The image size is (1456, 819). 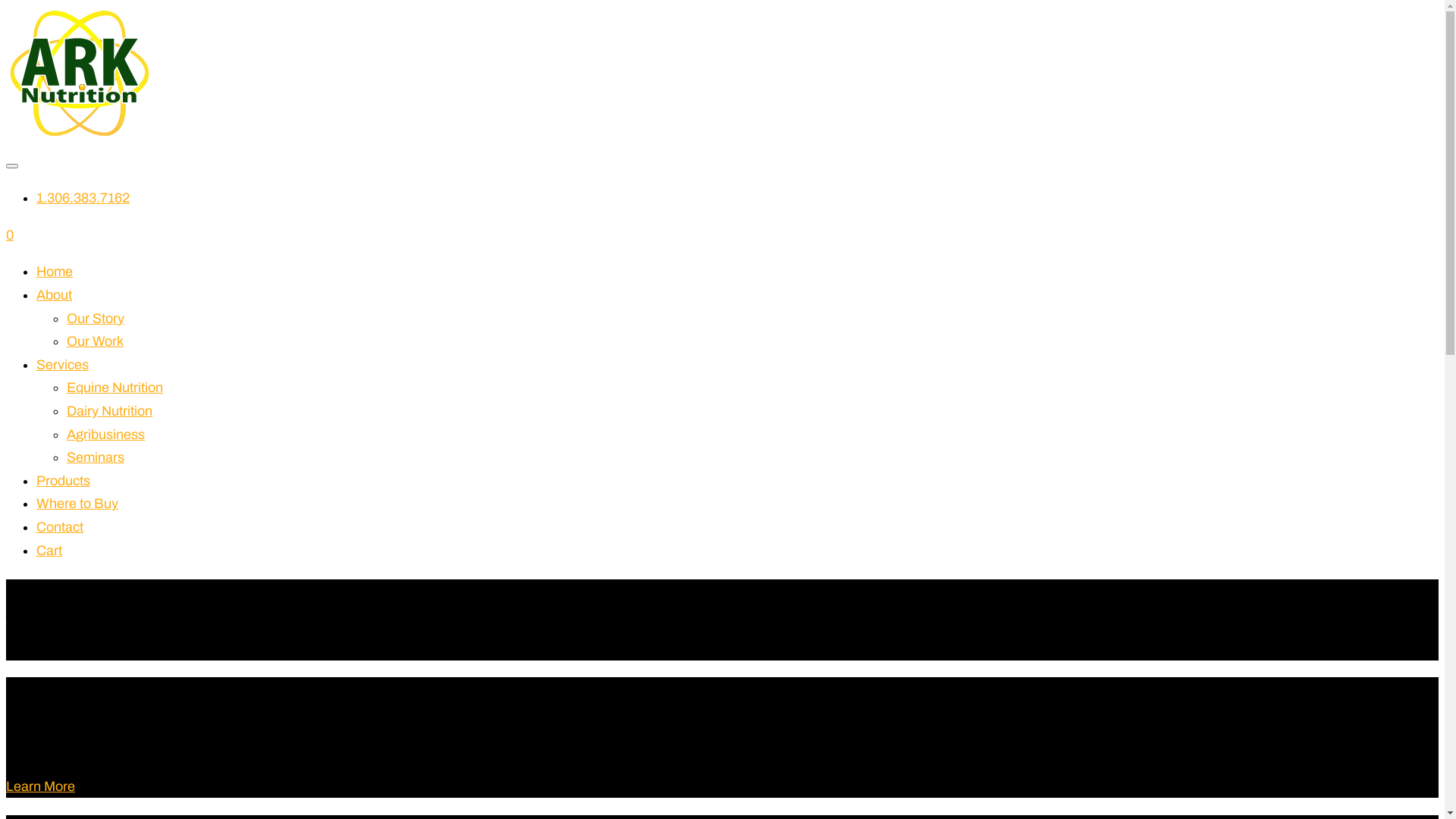 What do you see at coordinates (94, 456) in the screenshot?
I see `'Seminars'` at bounding box center [94, 456].